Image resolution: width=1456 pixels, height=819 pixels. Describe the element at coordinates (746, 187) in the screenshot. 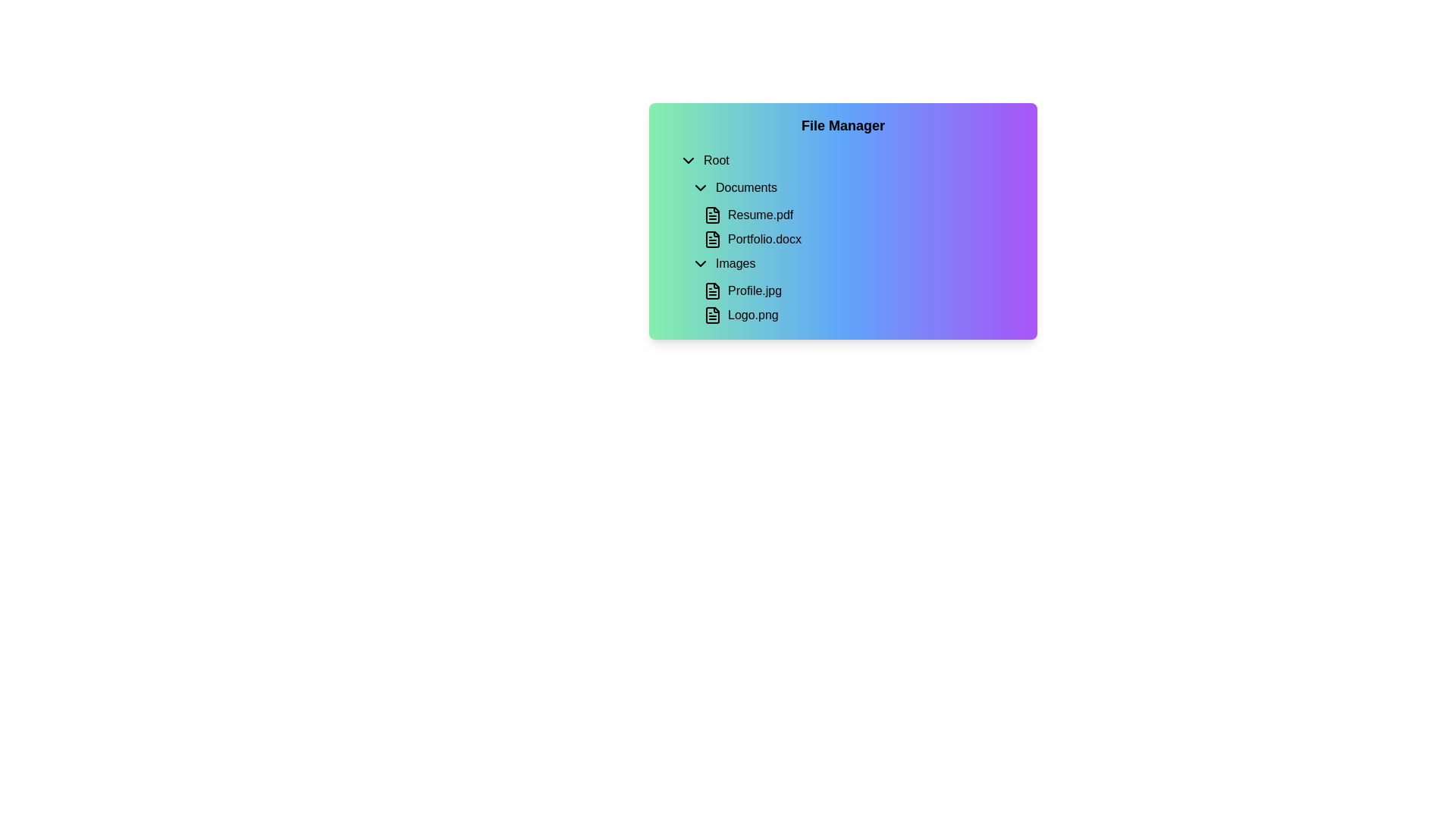

I see `the 'Documents' text label, which is bold, black, and located below the 'Root' text in the hierarchical layout` at that location.